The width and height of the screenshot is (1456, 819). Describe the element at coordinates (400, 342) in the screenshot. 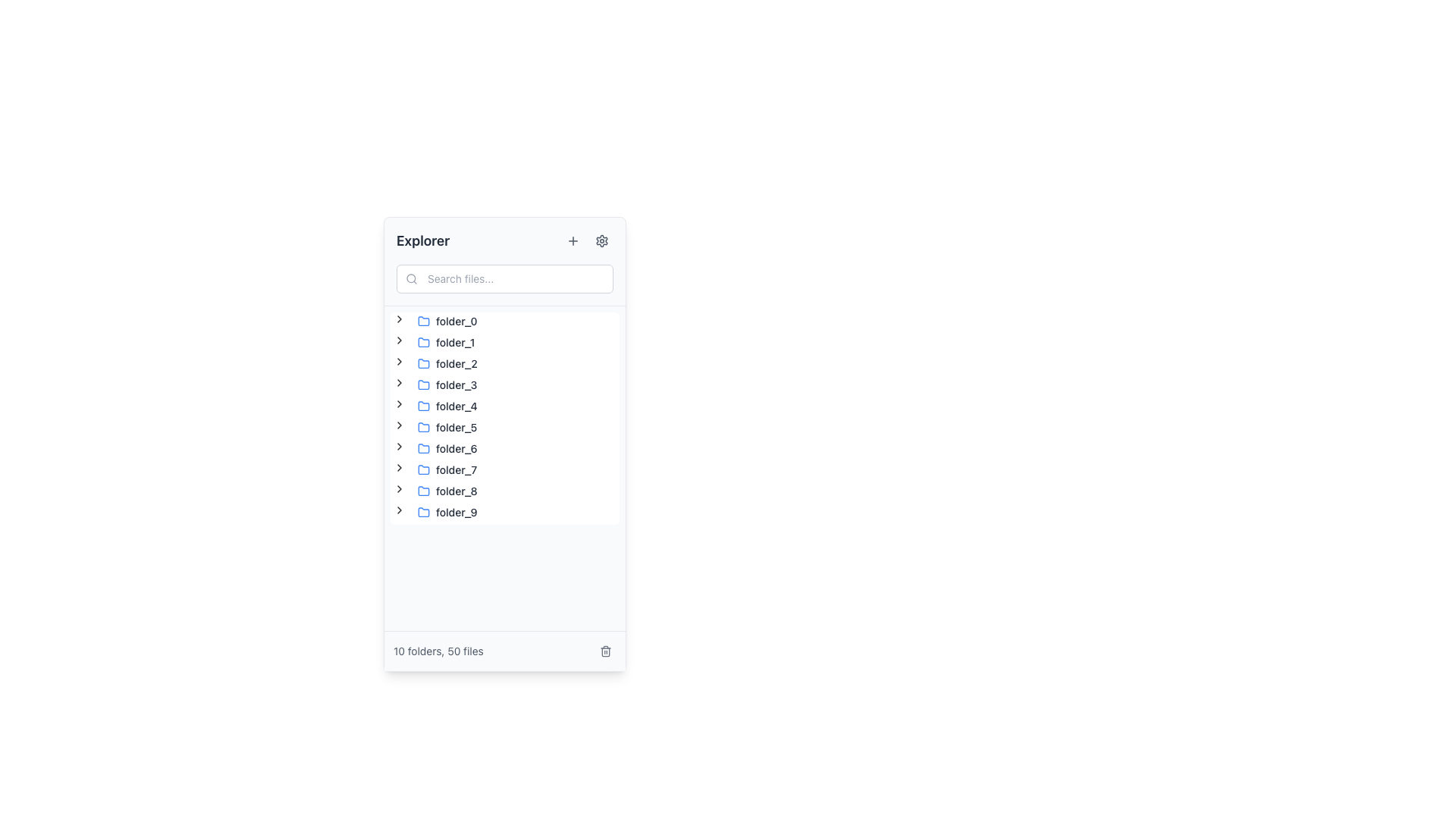

I see `the small triangular toggle button oriented to the right, located next to the text 'folder_1'` at that location.